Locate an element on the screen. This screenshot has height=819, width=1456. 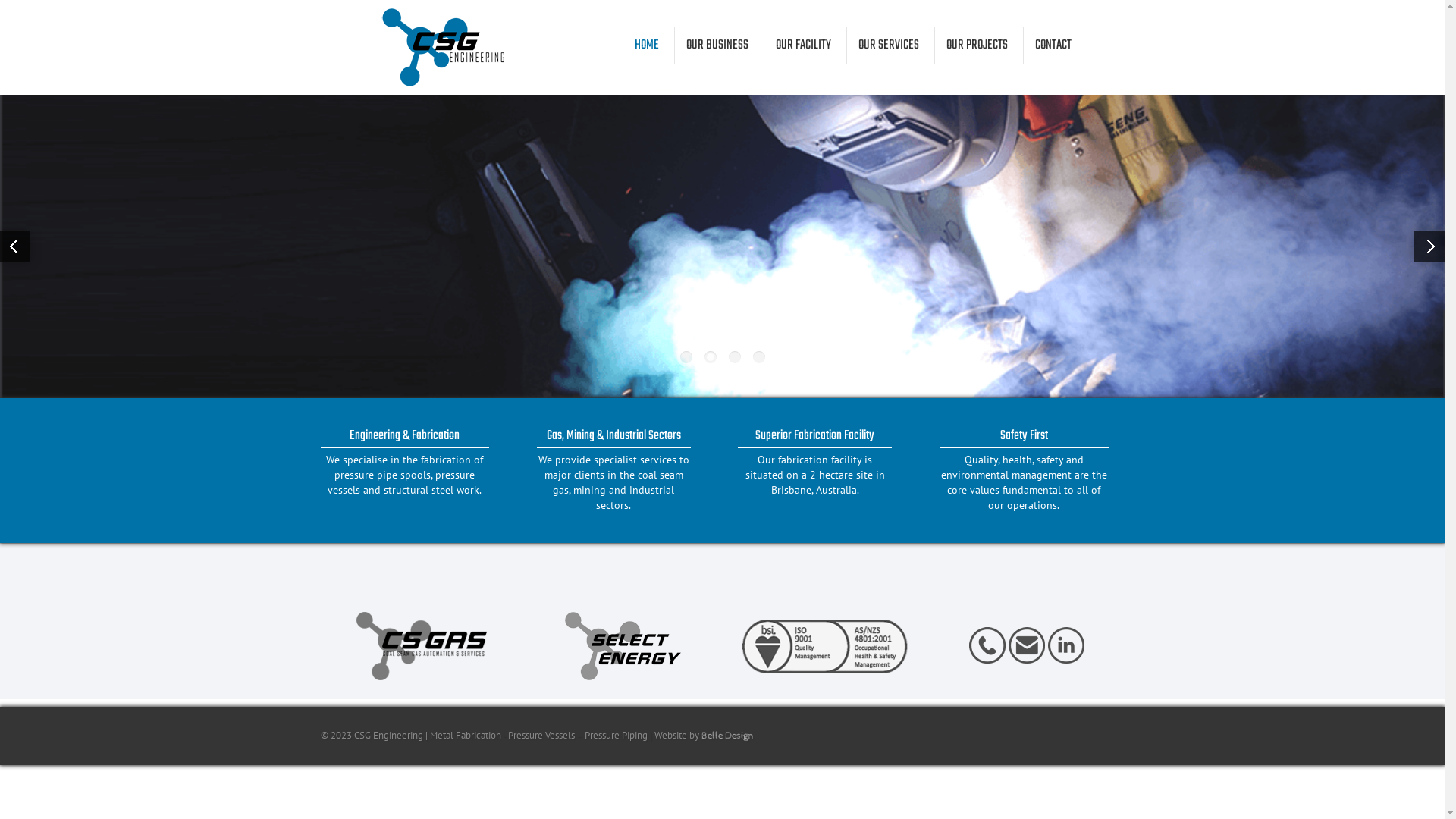
'Belle Design' is located at coordinates (726, 734).